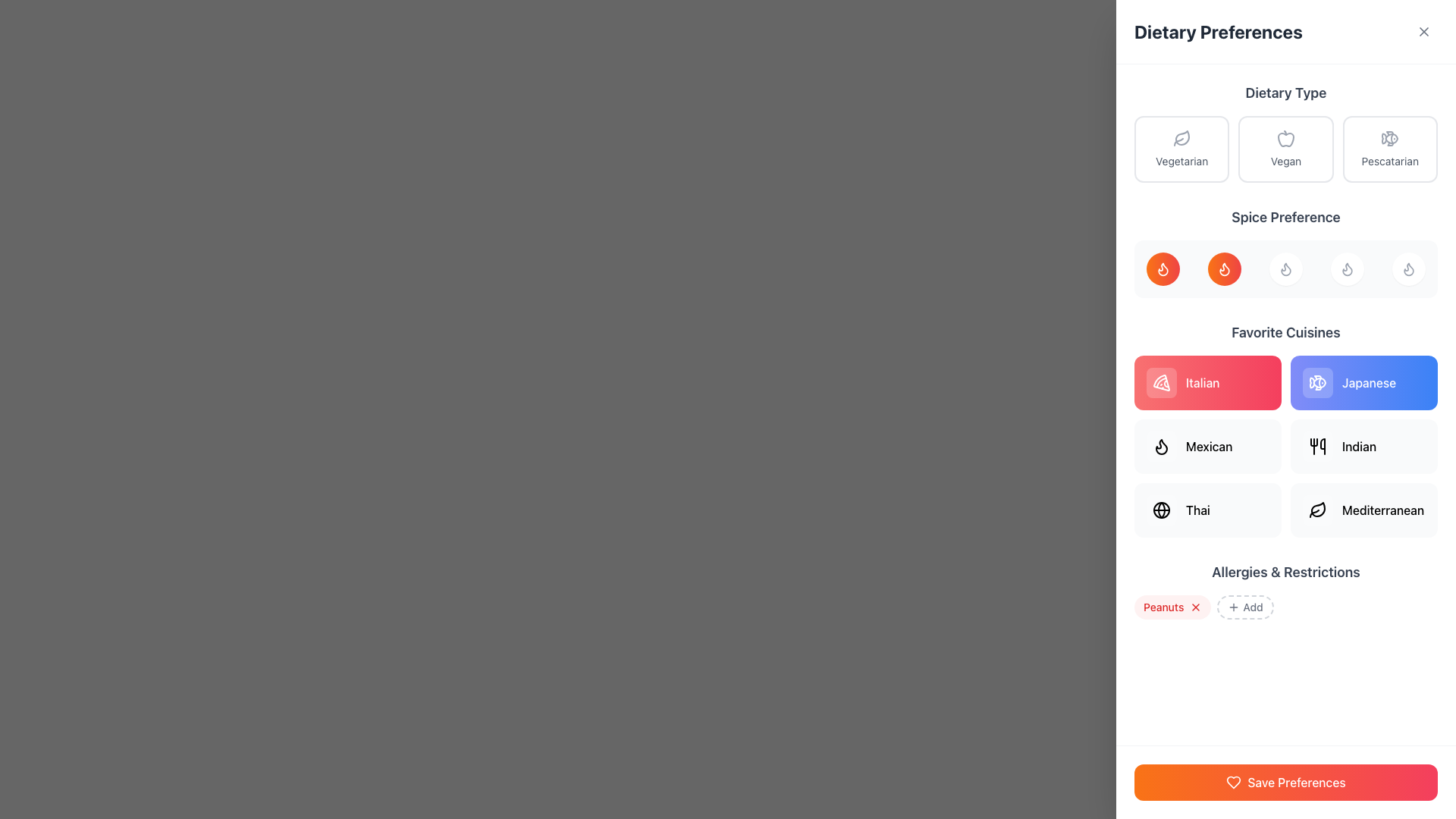 The height and width of the screenshot is (819, 1456). I want to click on the spice preference icon located in the 'Dietary Preferences' dialog, so click(1224, 268).